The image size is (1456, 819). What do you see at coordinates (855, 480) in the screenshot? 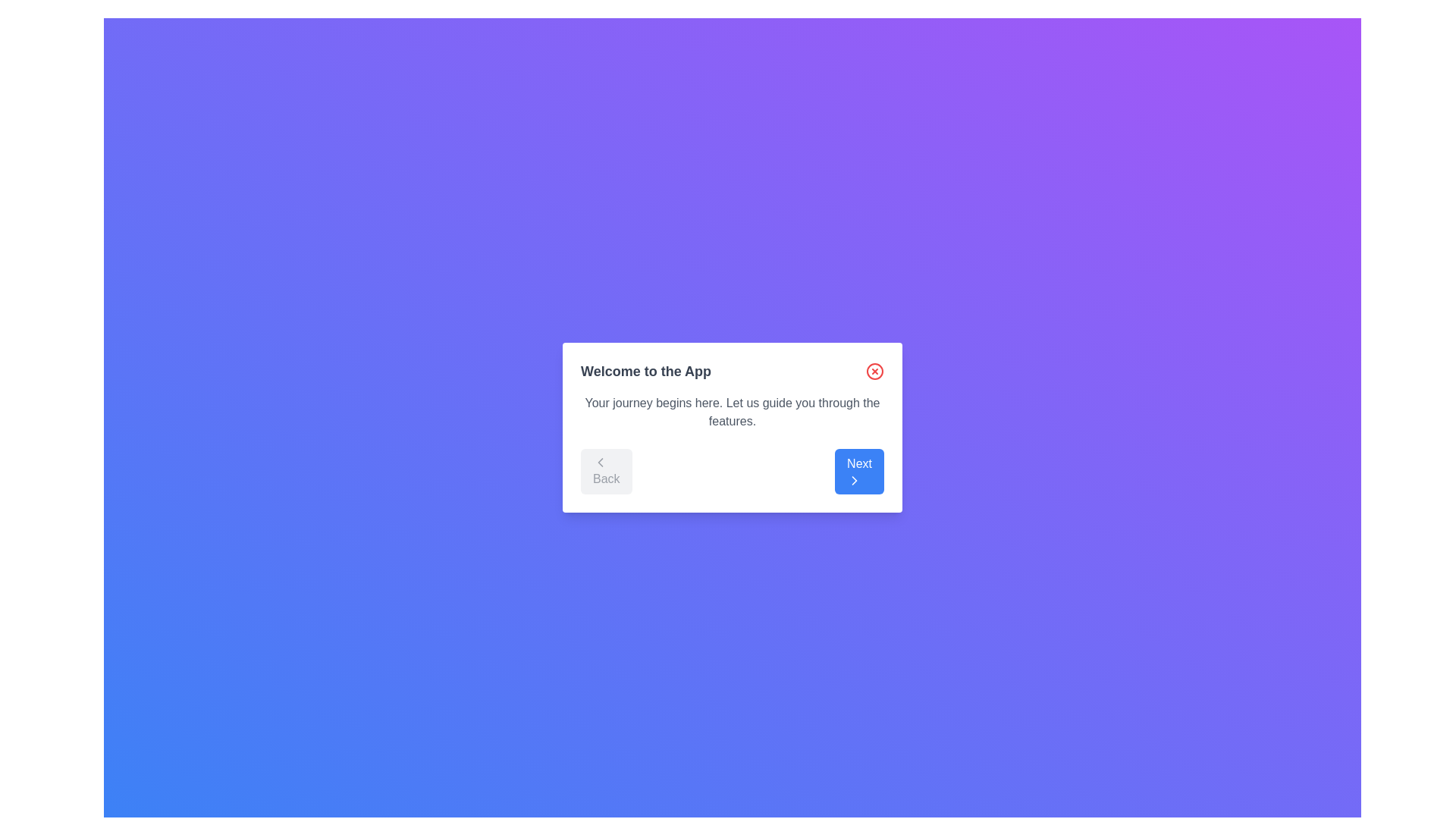
I see `the 'Next' button that contains the arrow icon for forward navigation` at bounding box center [855, 480].